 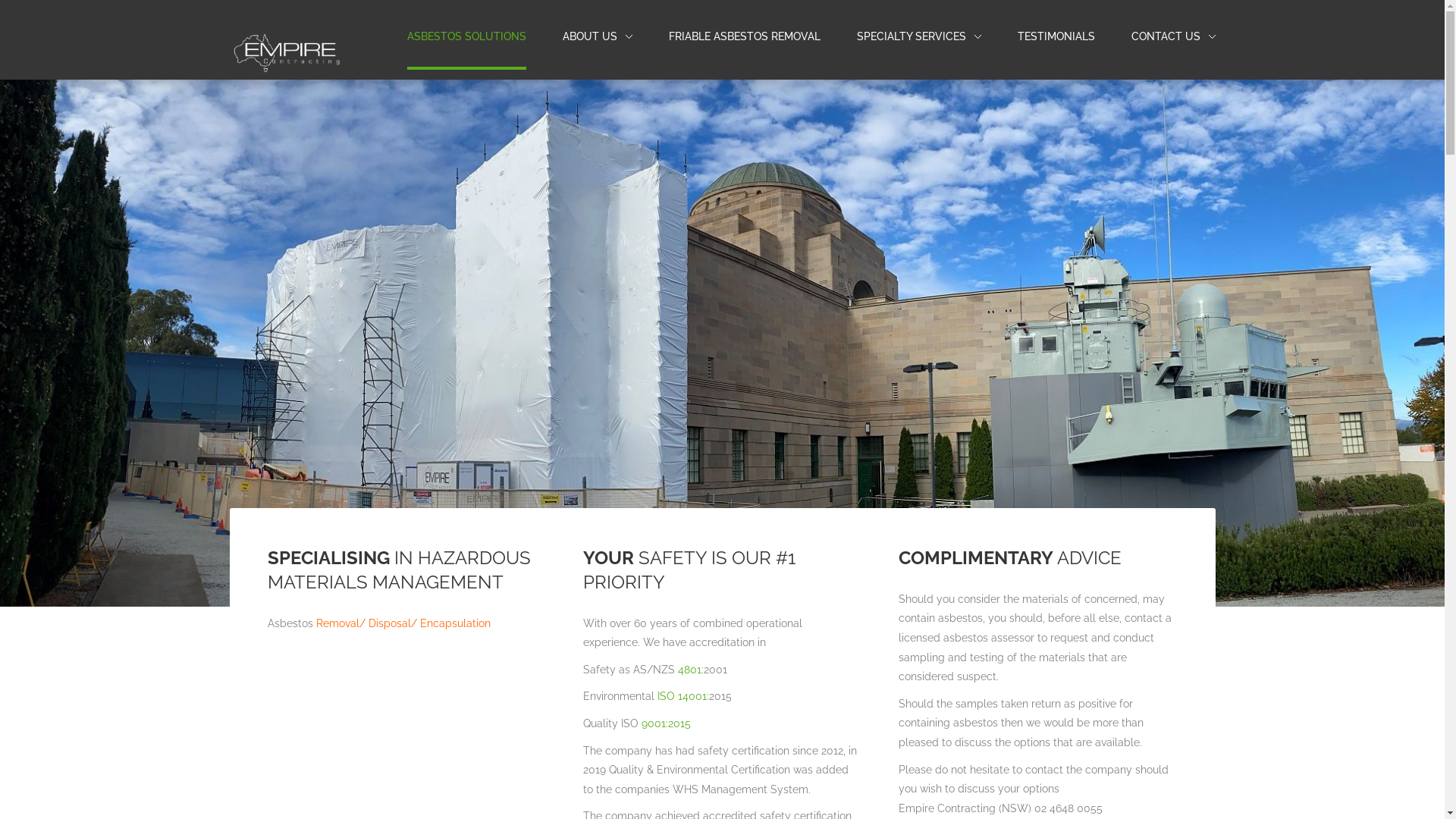 What do you see at coordinates (588, 35) in the screenshot?
I see `'ABOUT US'` at bounding box center [588, 35].